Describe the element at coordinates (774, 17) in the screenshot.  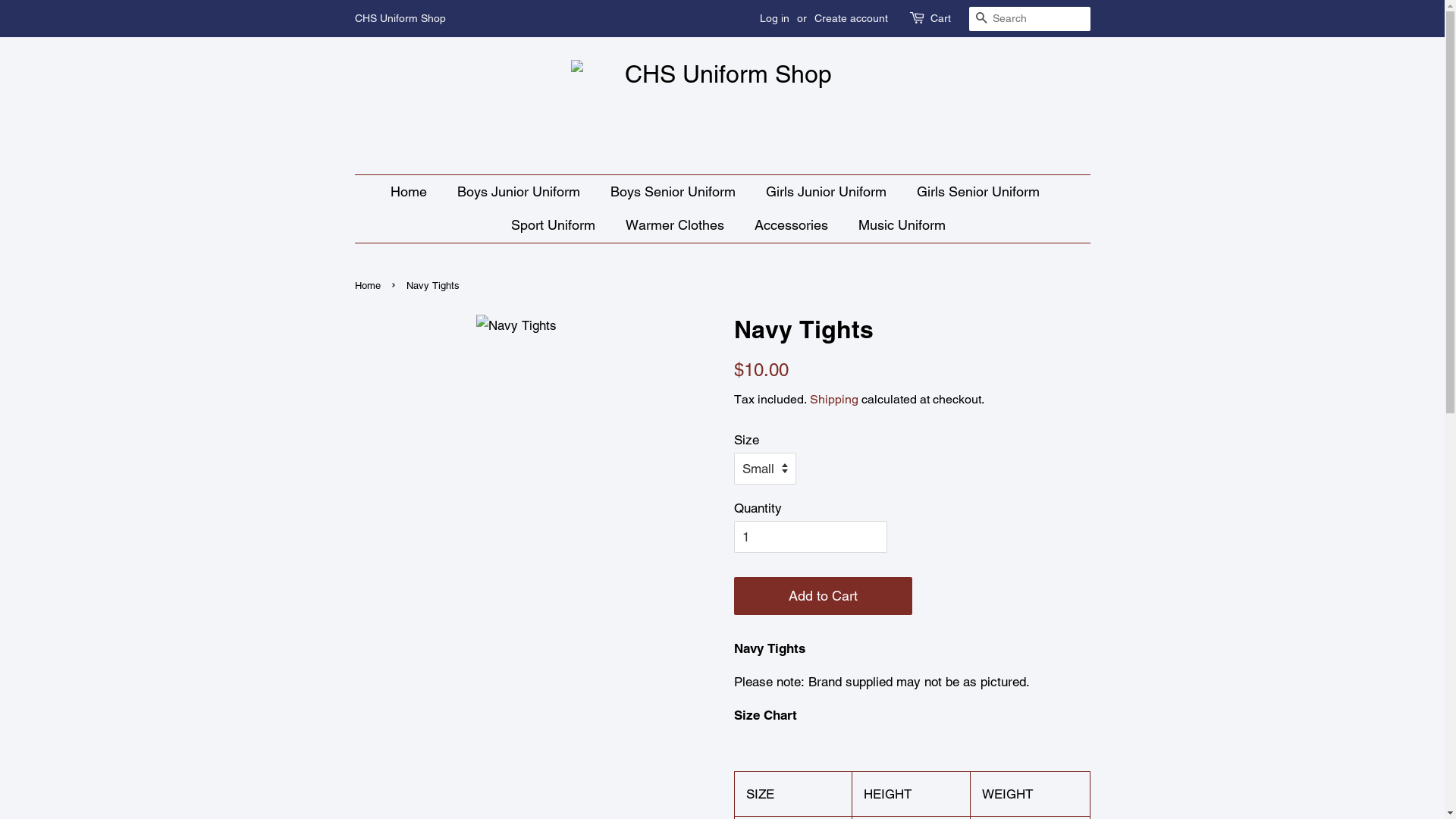
I see `'Log in'` at that location.